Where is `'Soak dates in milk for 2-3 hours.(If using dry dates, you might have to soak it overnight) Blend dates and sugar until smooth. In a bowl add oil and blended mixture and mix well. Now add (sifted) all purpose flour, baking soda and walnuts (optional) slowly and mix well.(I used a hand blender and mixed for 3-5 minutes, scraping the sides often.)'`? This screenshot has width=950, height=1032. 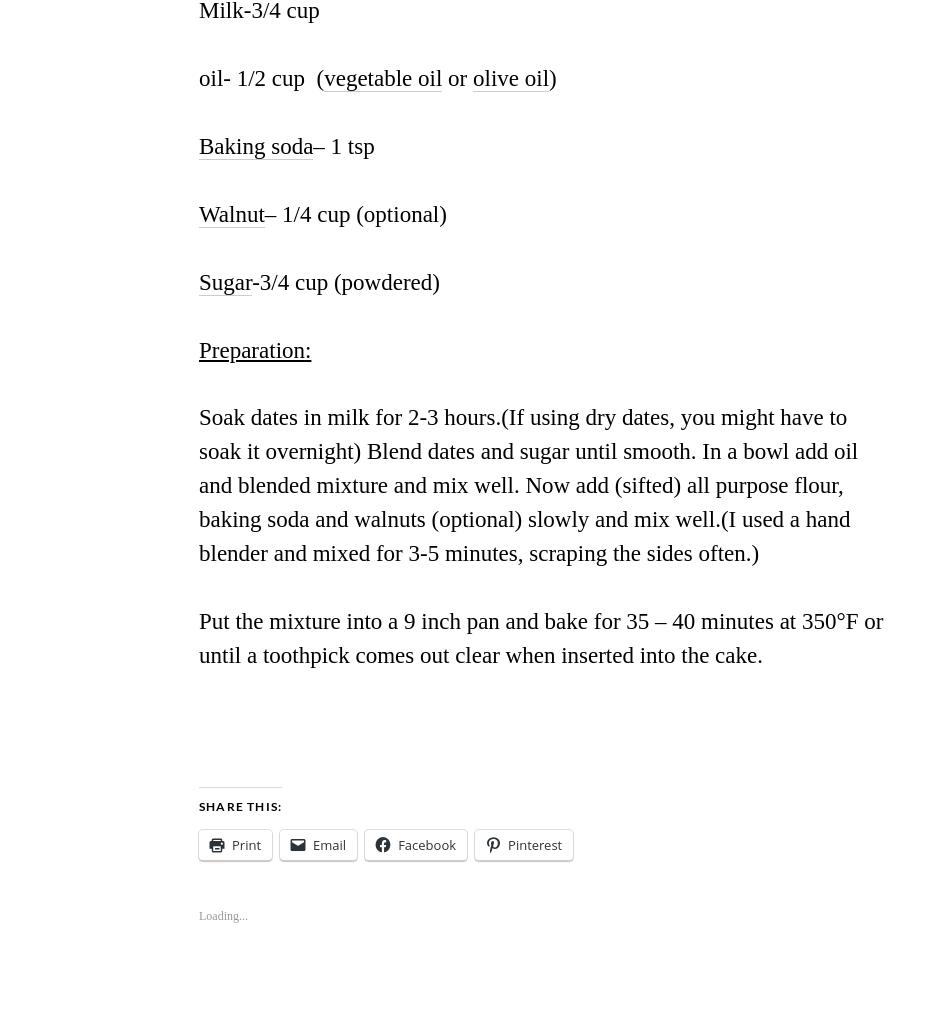 'Soak dates in milk for 2-3 hours.(If using dry dates, you might have to soak it overnight) Blend dates and sugar until smooth. In a bowl add oil and blended mixture and mix well. Now add (sifted) all purpose flour, baking soda and walnuts (optional) slowly and mix well.(I used a hand blender and mixed for 3-5 minutes, scraping the sides often.)' is located at coordinates (528, 484).